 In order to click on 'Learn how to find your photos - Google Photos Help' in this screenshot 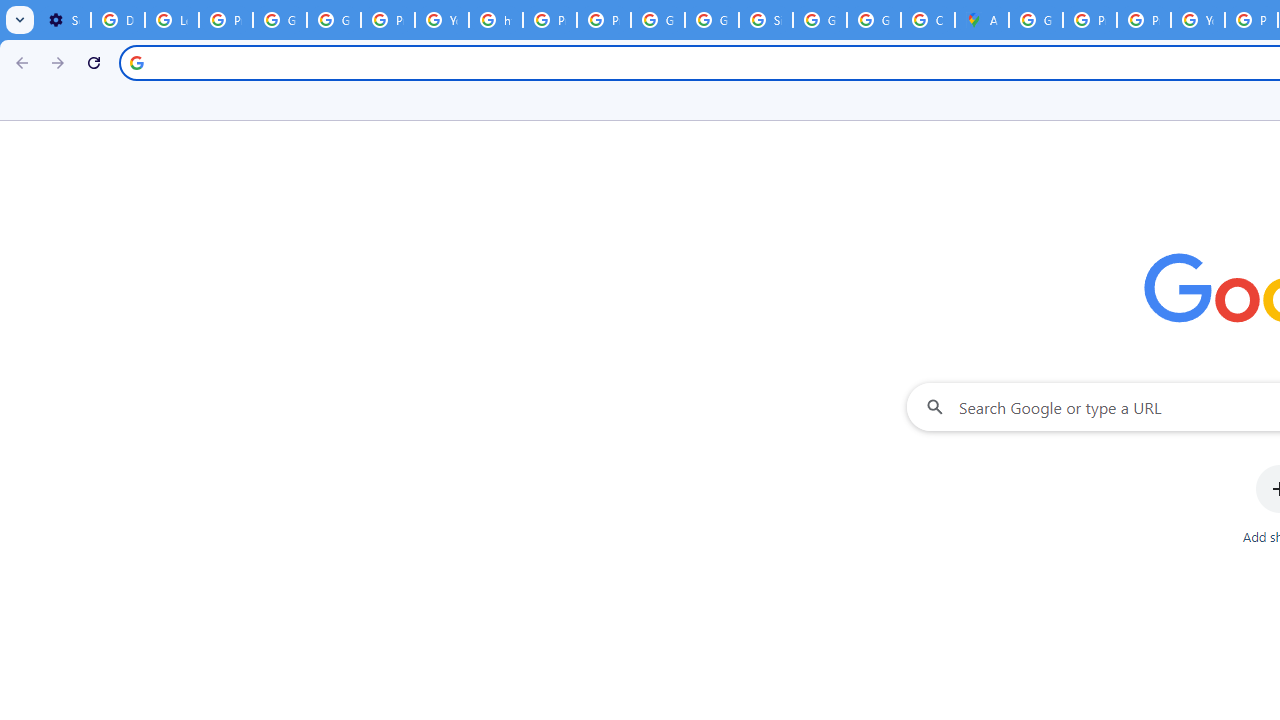, I will do `click(171, 20)`.